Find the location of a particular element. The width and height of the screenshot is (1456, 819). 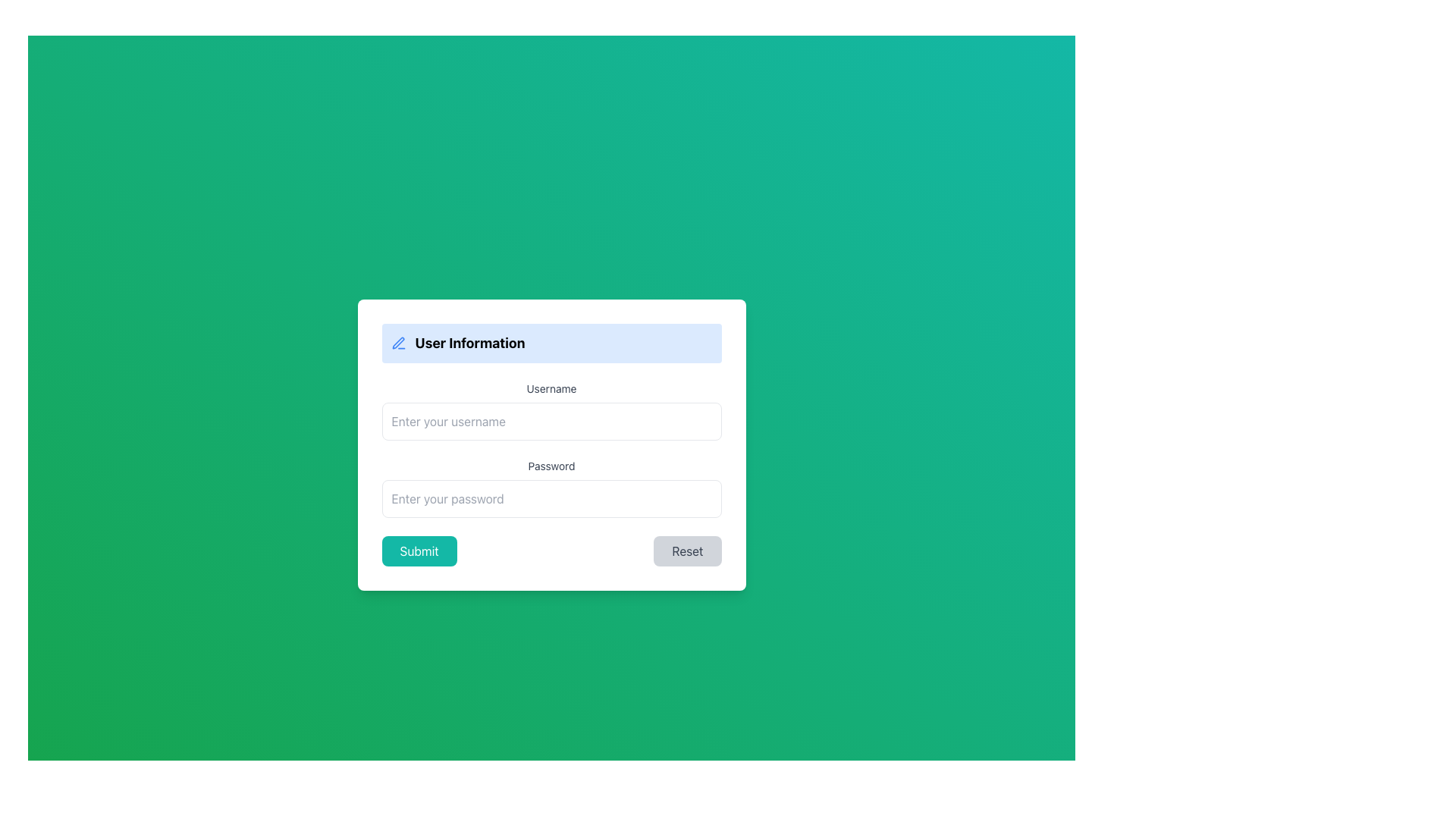

the label element that serves as a description for the adjacent password input field, located in the central area of the form above the password input field is located at coordinates (551, 465).